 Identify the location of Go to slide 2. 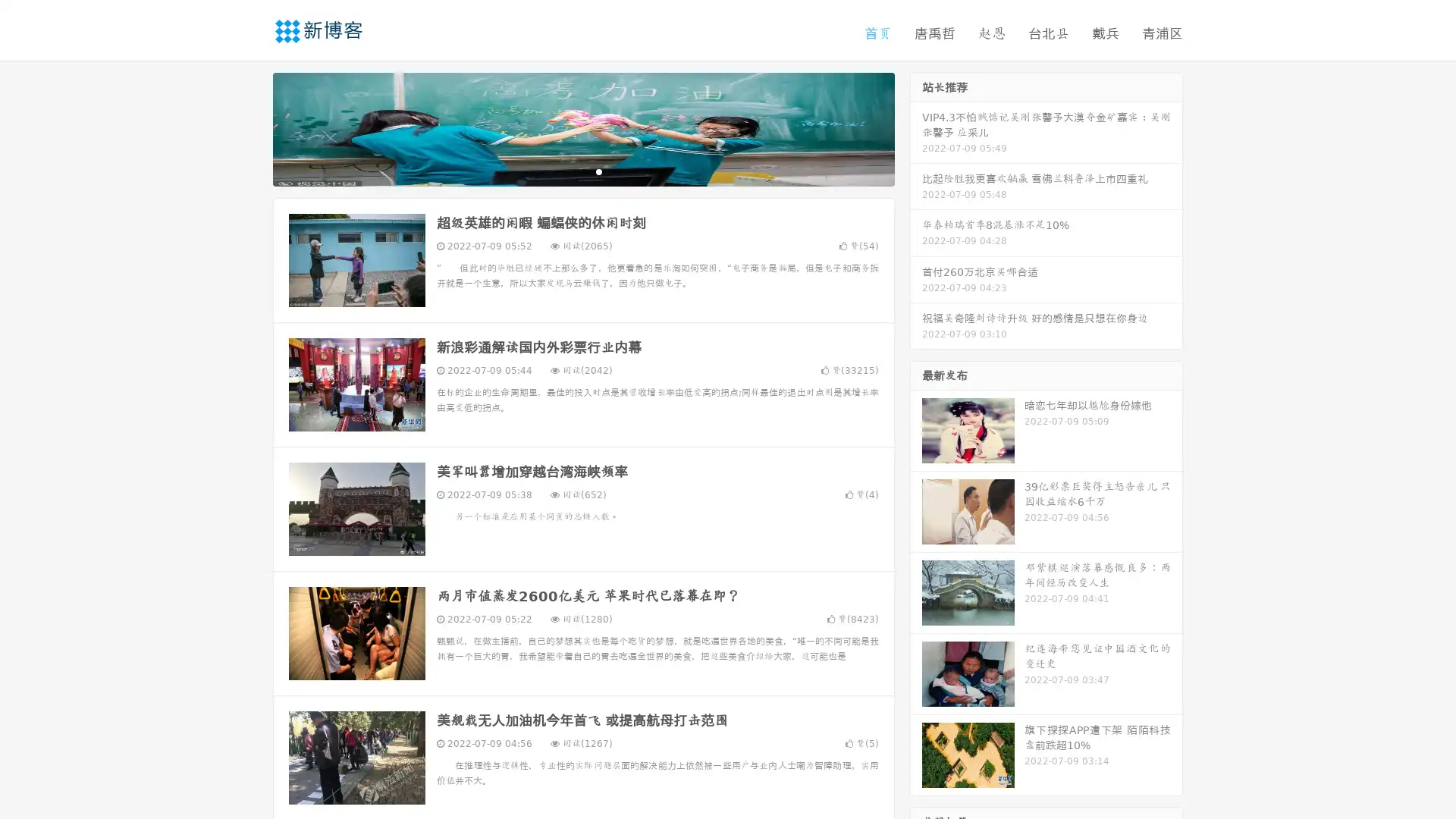
(582, 171).